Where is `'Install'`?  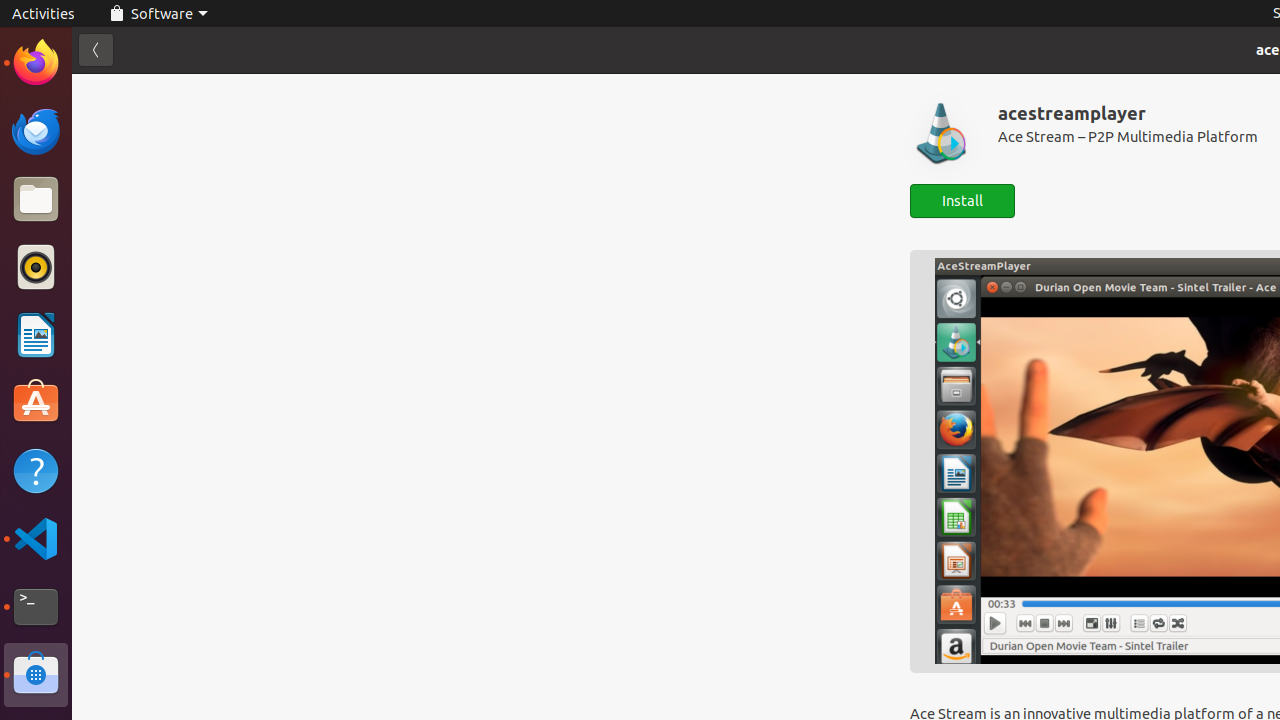 'Install' is located at coordinates (962, 201).